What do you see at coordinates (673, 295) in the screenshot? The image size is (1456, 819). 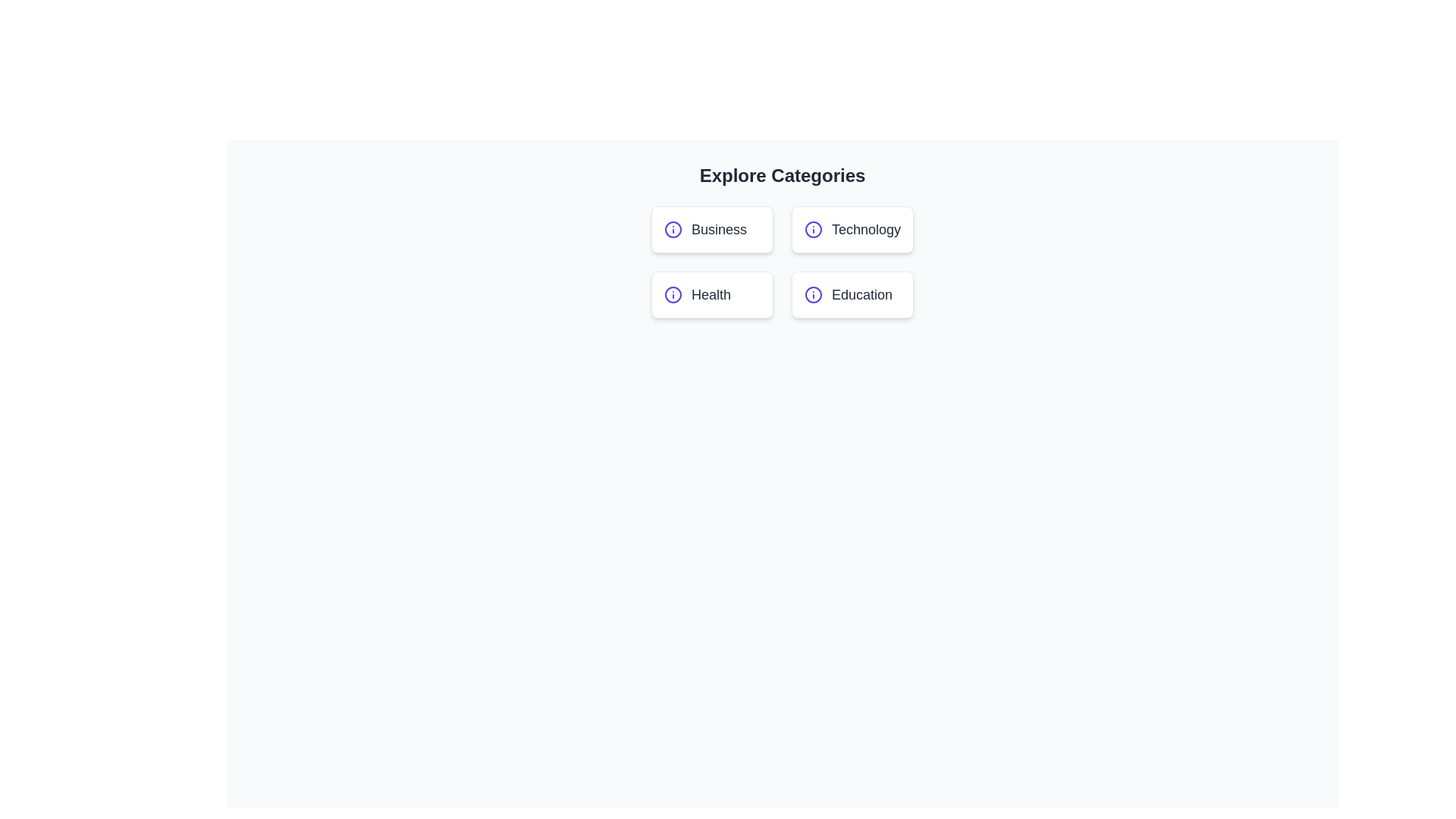 I see `the information icon located in the lower left quadrant of the grid layout` at bounding box center [673, 295].